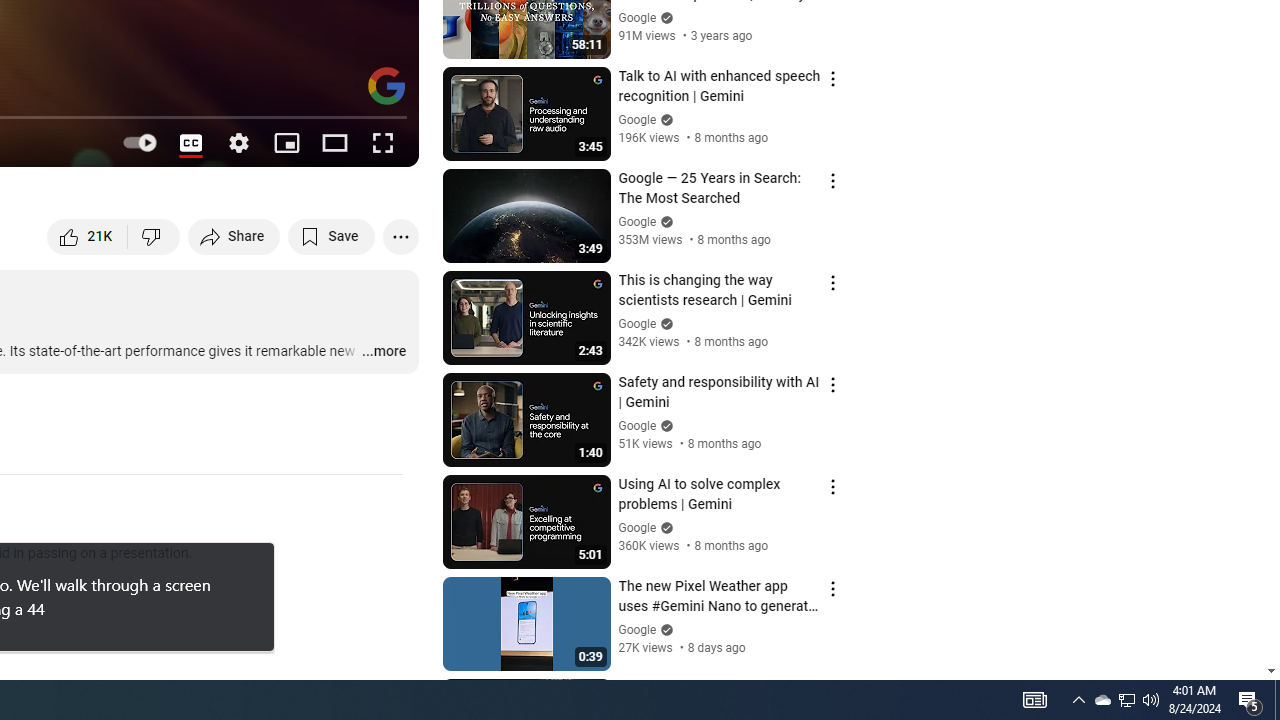 The width and height of the screenshot is (1280, 720). I want to click on 'Verified', so click(664, 628).